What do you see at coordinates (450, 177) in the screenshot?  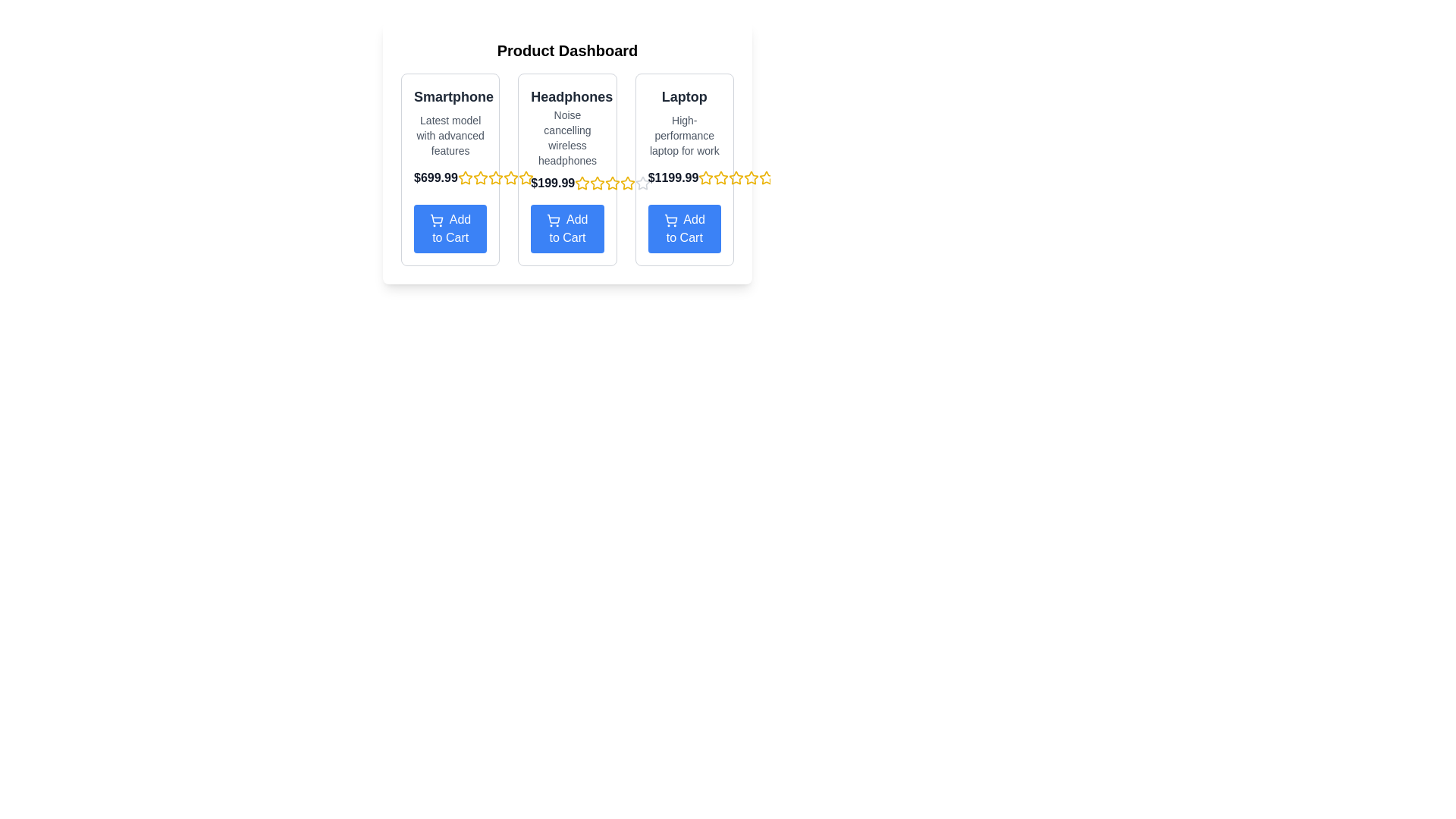 I see `the bold text label displaying the monetary value '$699.99', which is positioned adjacent to the yellow star icons and above the 'Add to Cart' button in the 'Smartphone' section` at bounding box center [450, 177].